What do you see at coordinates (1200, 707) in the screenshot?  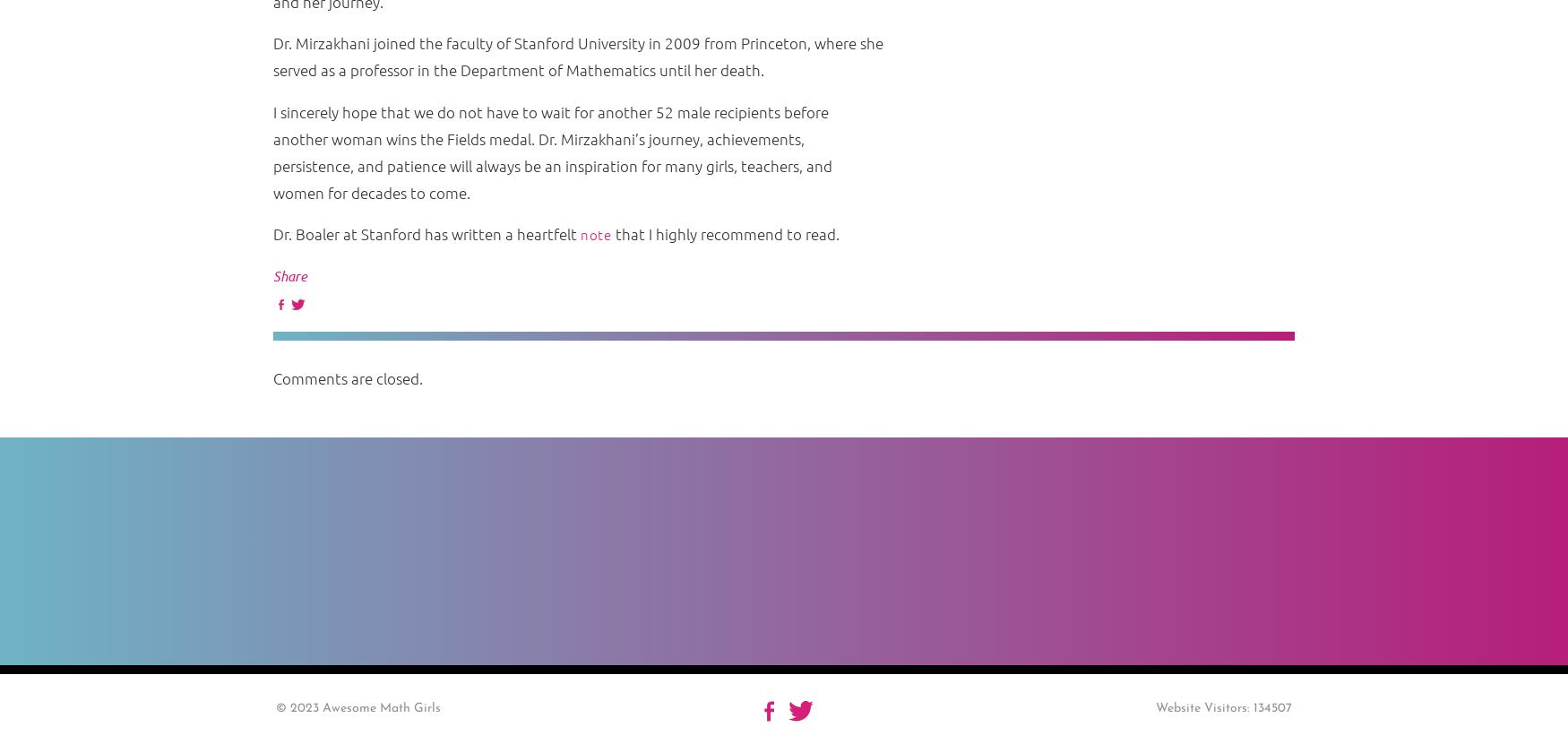 I see `'Website Visitors'` at bounding box center [1200, 707].